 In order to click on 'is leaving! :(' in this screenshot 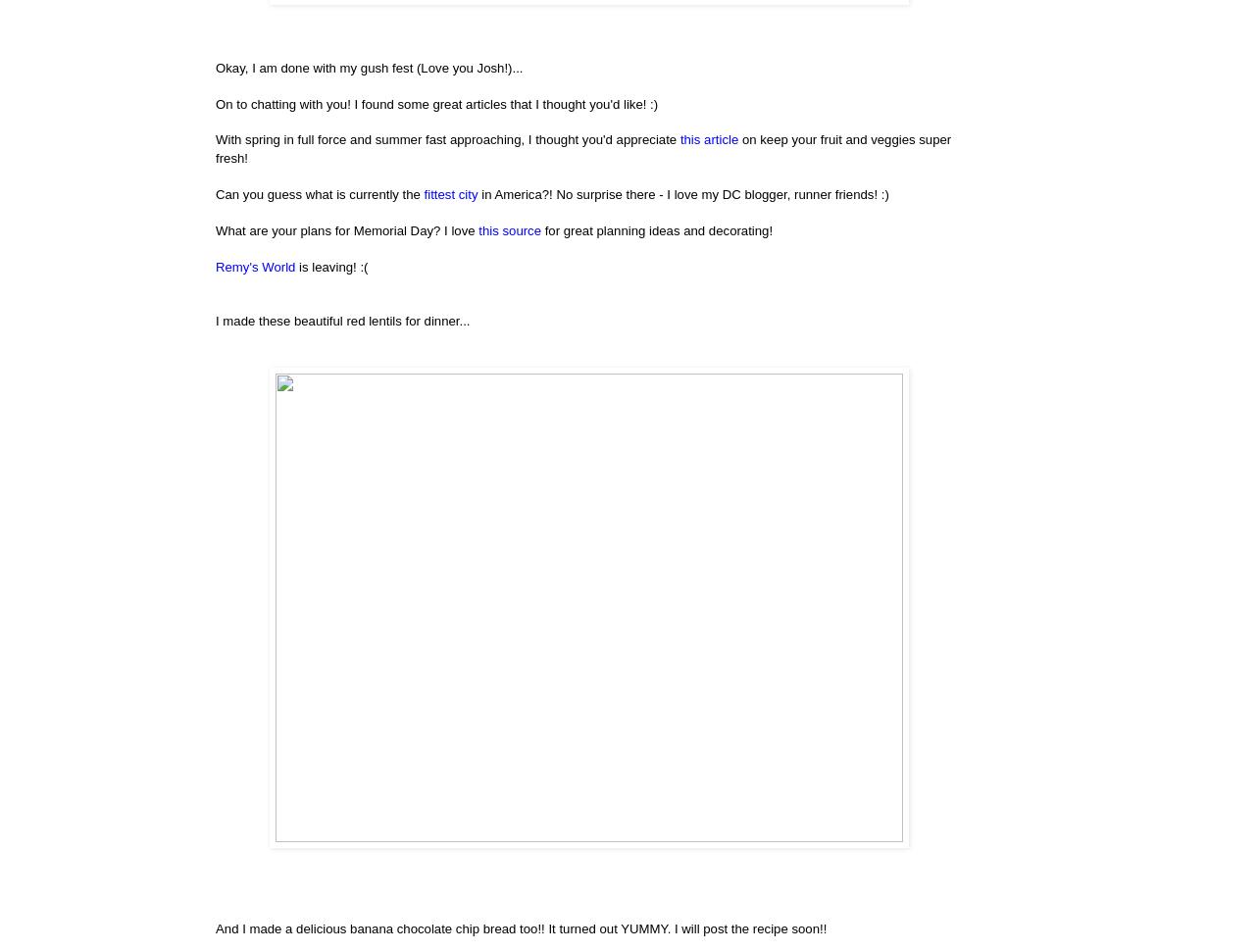, I will do `click(330, 265)`.